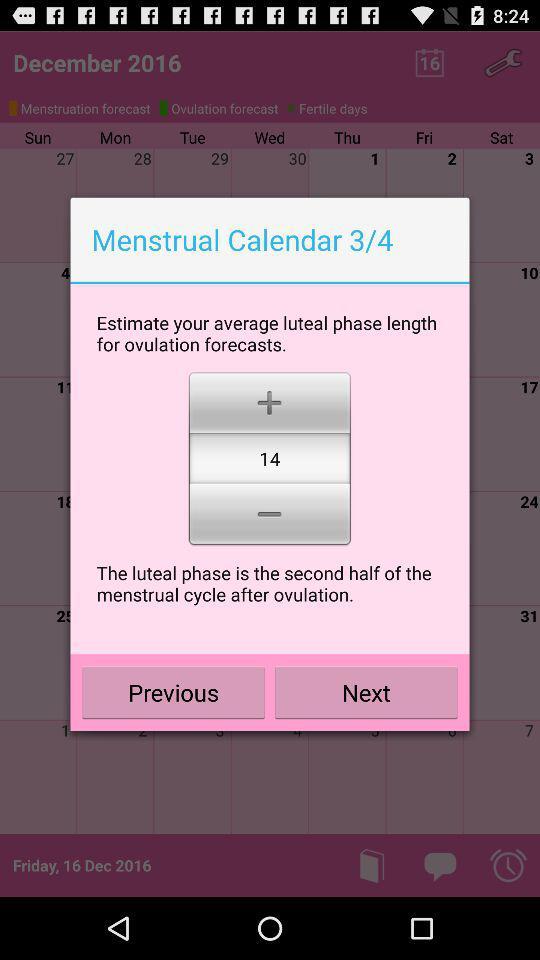  What do you see at coordinates (173, 692) in the screenshot?
I see `the item at the bottom left corner` at bounding box center [173, 692].